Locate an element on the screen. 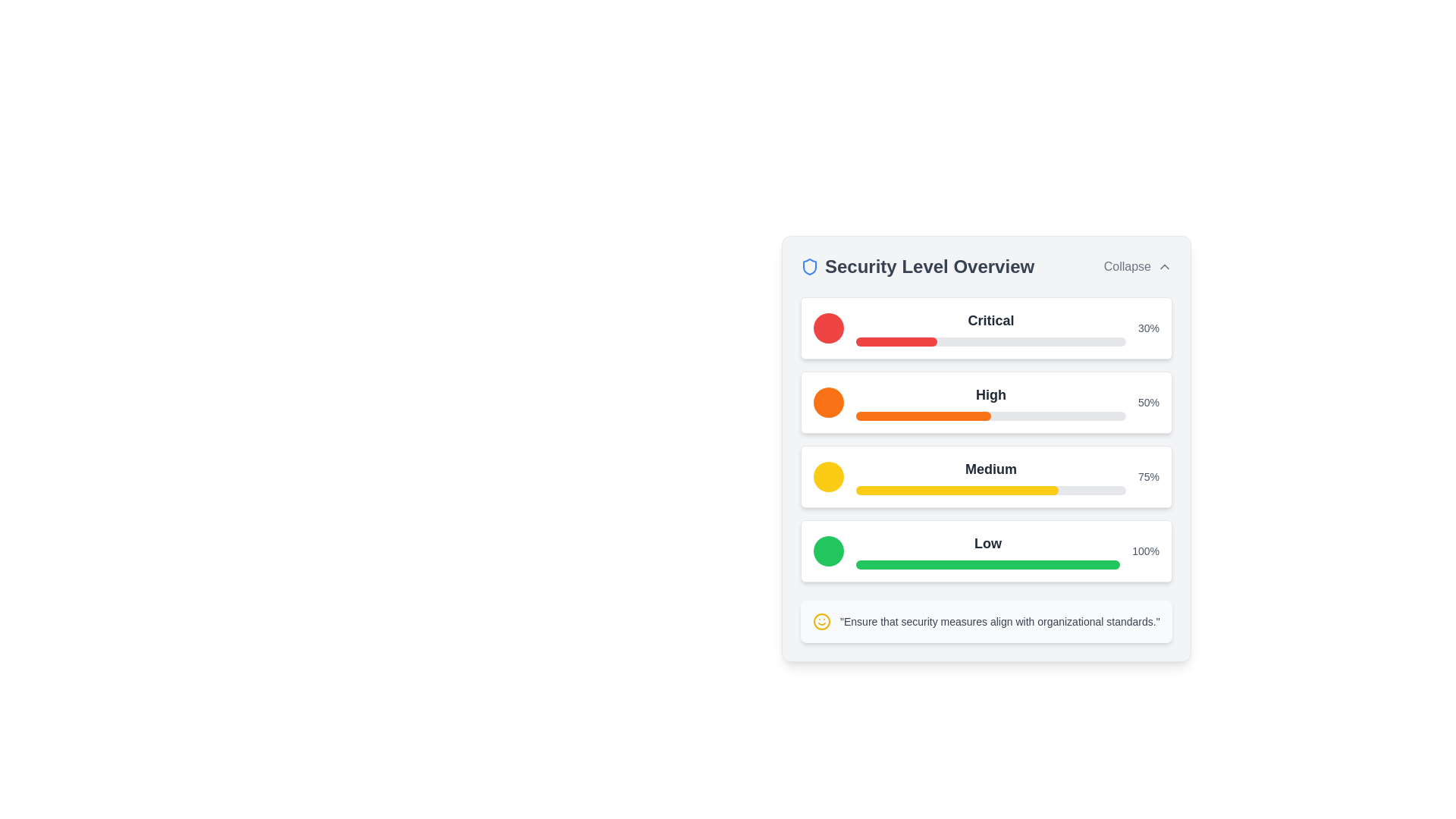 Image resolution: width=1456 pixels, height=819 pixels. the '100%' text label in the 'Low' security level row of the 'Security Level Overview' section for additional information is located at coordinates (1146, 551).